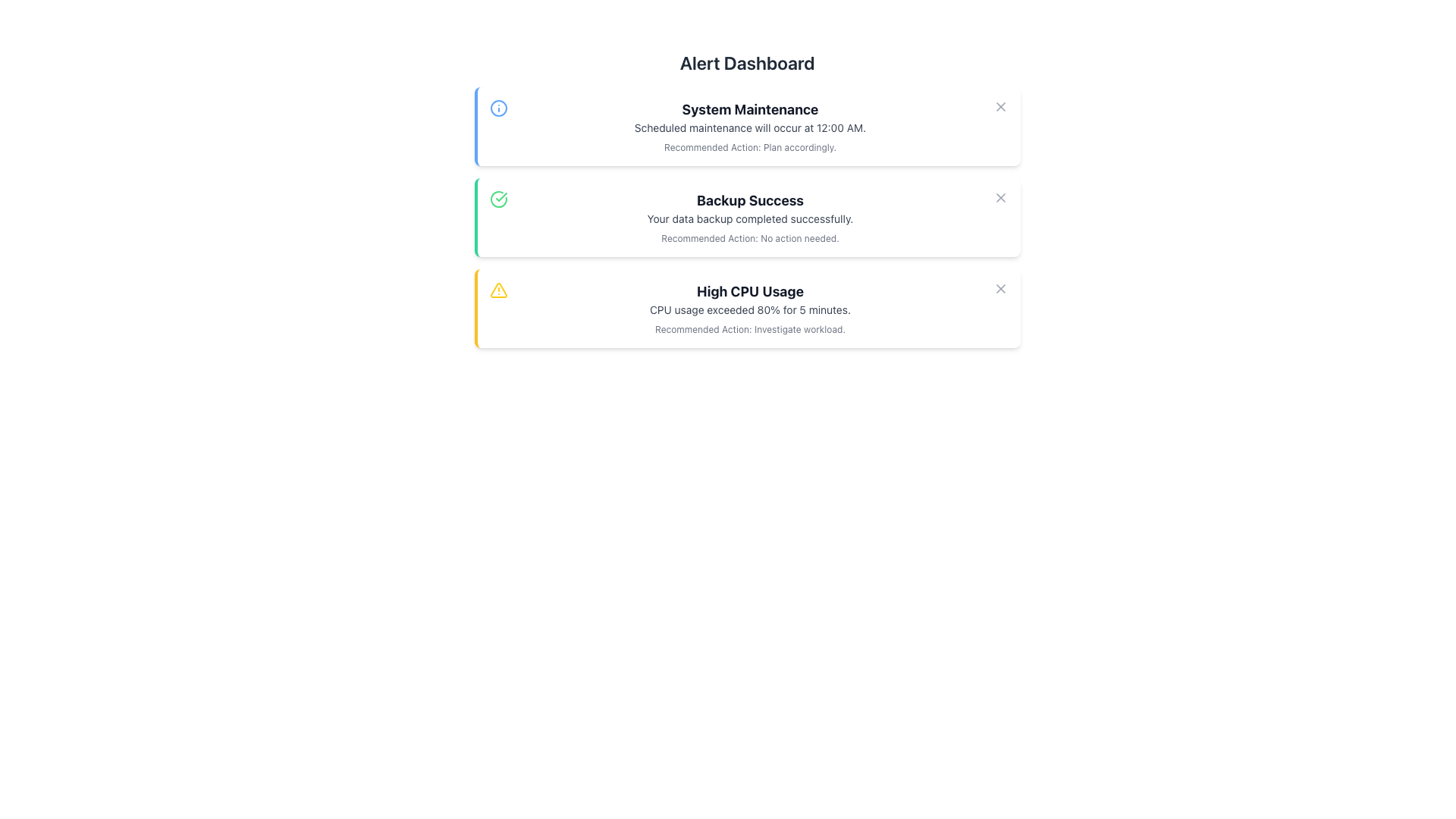 The image size is (1456, 819). What do you see at coordinates (747, 308) in the screenshot?
I see `notification details from the third alert card in the vertical list under 'Alert Dashboard' indicating high CPU usage exceeding 80%` at bounding box center [747, 308].